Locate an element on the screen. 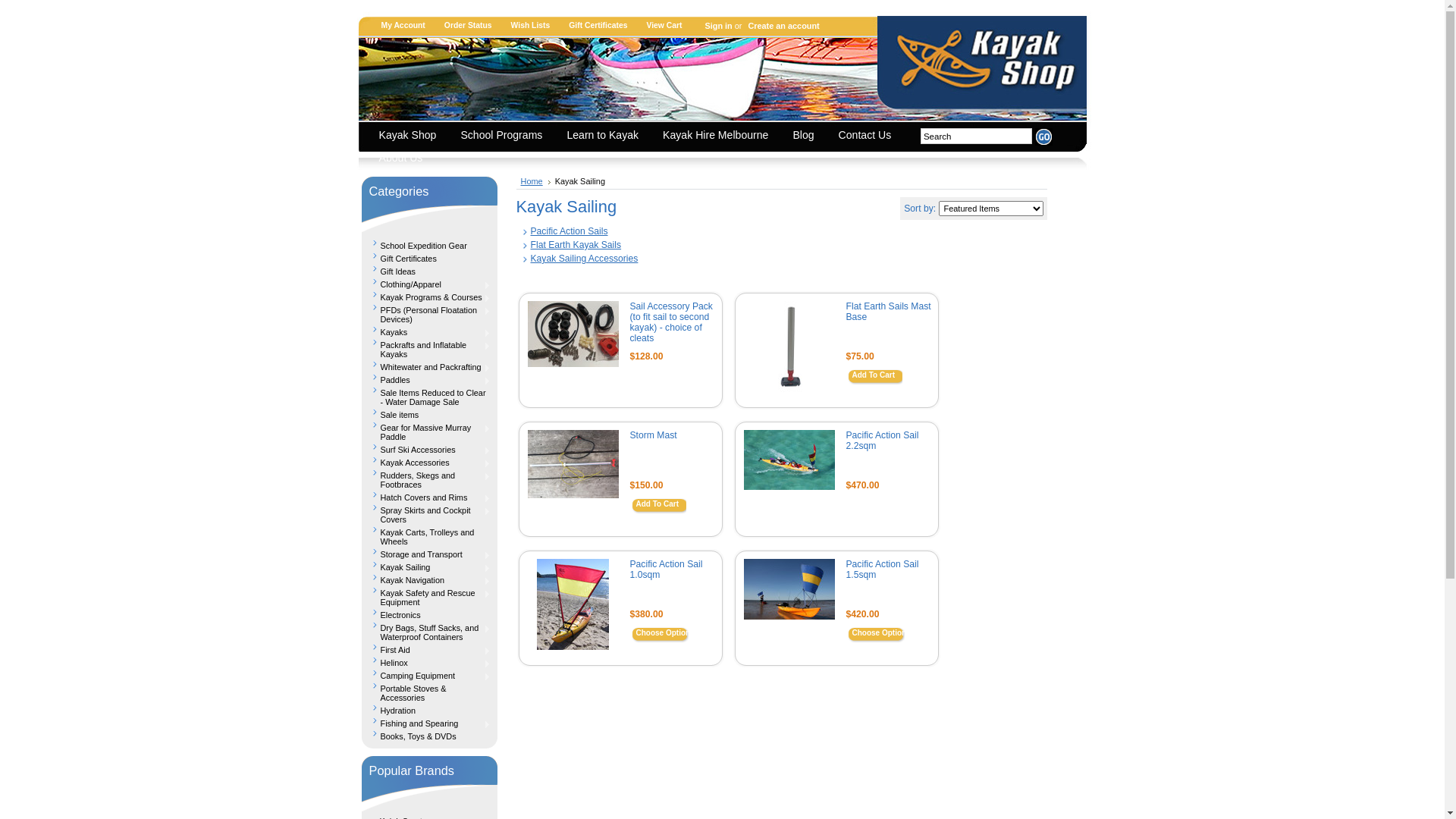 Image resolution: width=1456 pixels, height=819 pixels. 'Electronics' is located at coordinates (428, 612).